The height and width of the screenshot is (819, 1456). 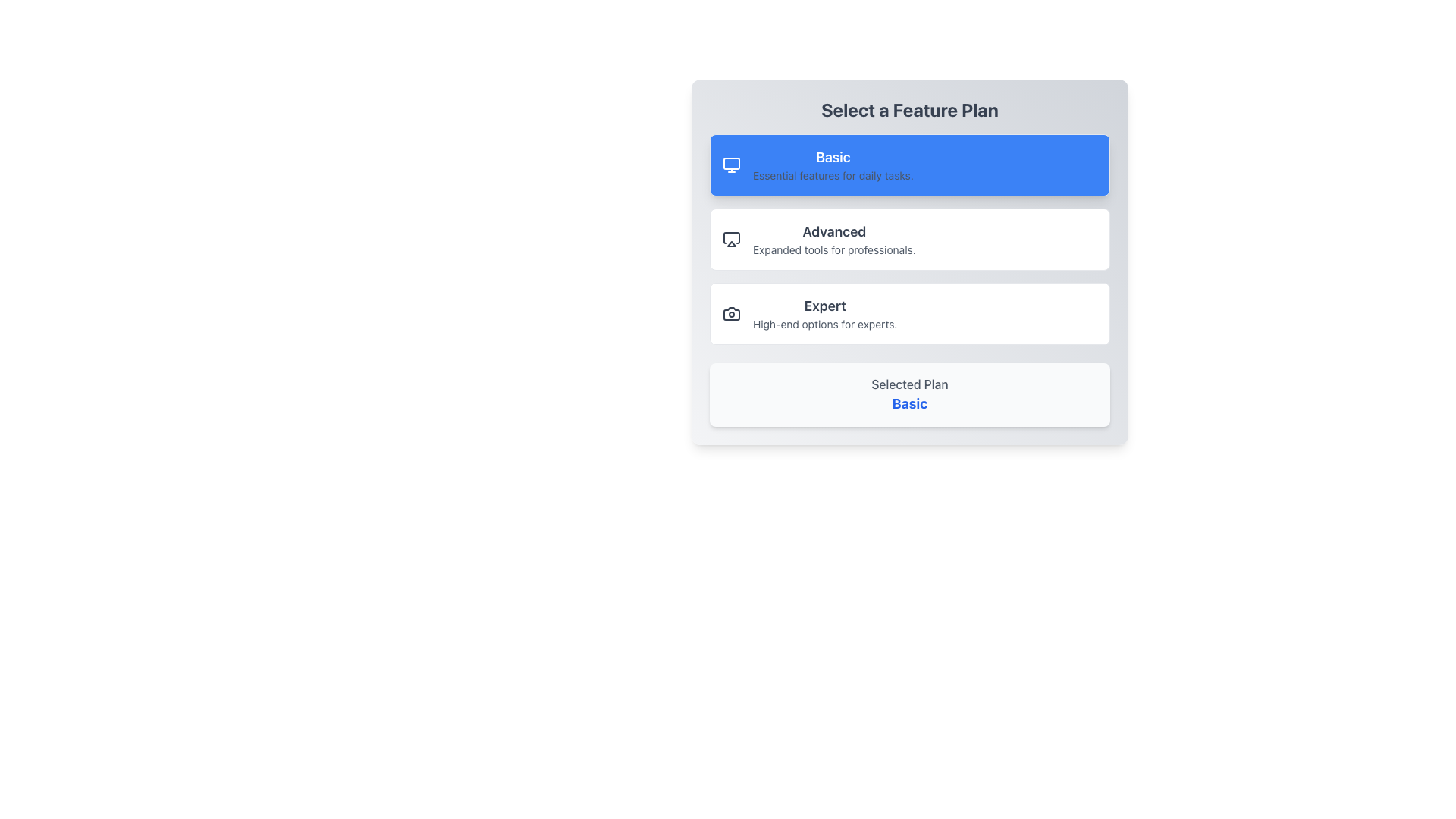 What do you see at coordinates (910, 383) in the screenshot?
I see `'Selected Plan' text label, which is a medium weight light gray text located above the 'Basic' text in the 'Select a Feature Plan' interface` at bounding box center [910, 383].